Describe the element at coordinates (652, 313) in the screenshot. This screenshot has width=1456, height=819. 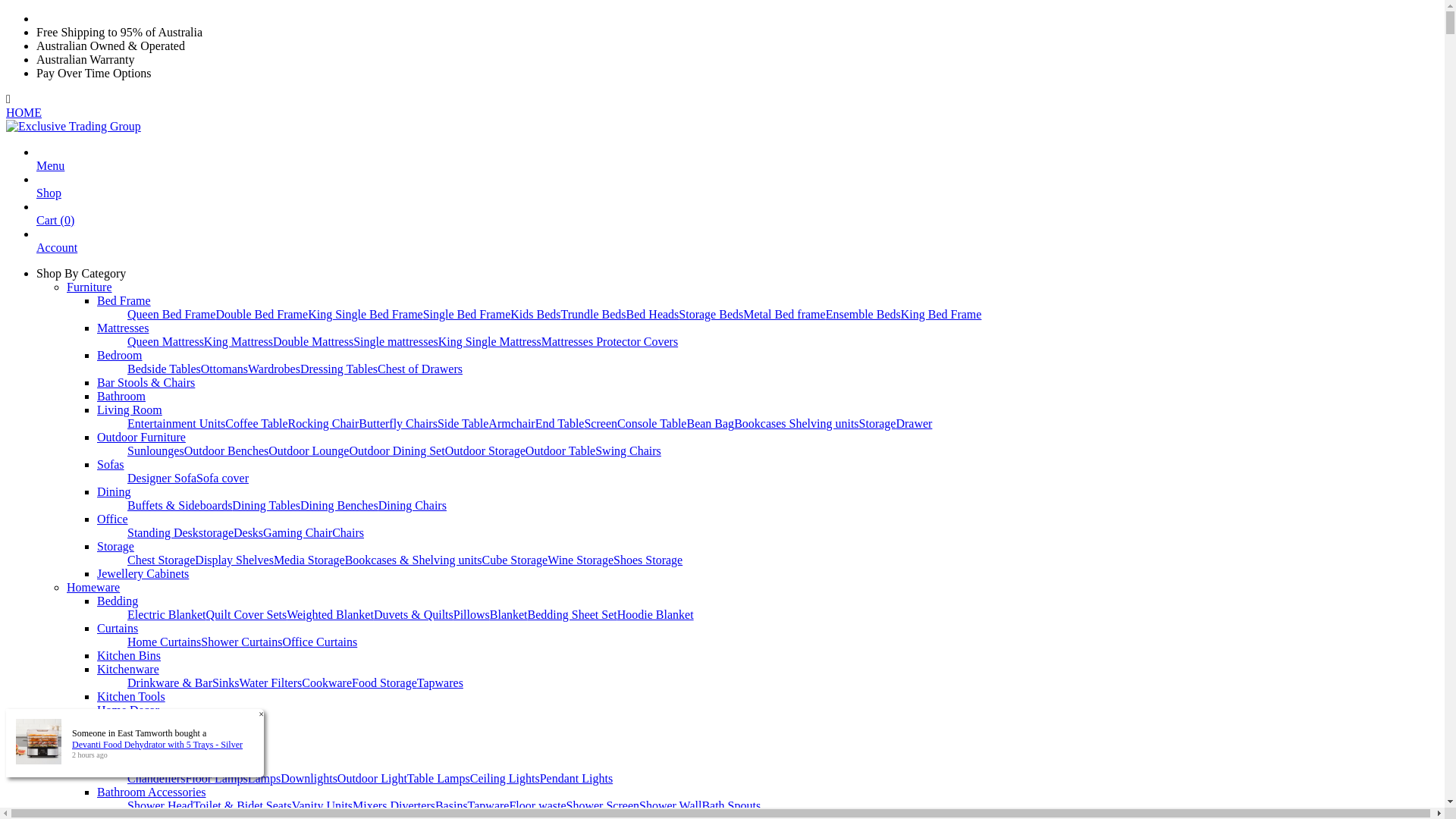
I see `'Bed Heads'` at that location.